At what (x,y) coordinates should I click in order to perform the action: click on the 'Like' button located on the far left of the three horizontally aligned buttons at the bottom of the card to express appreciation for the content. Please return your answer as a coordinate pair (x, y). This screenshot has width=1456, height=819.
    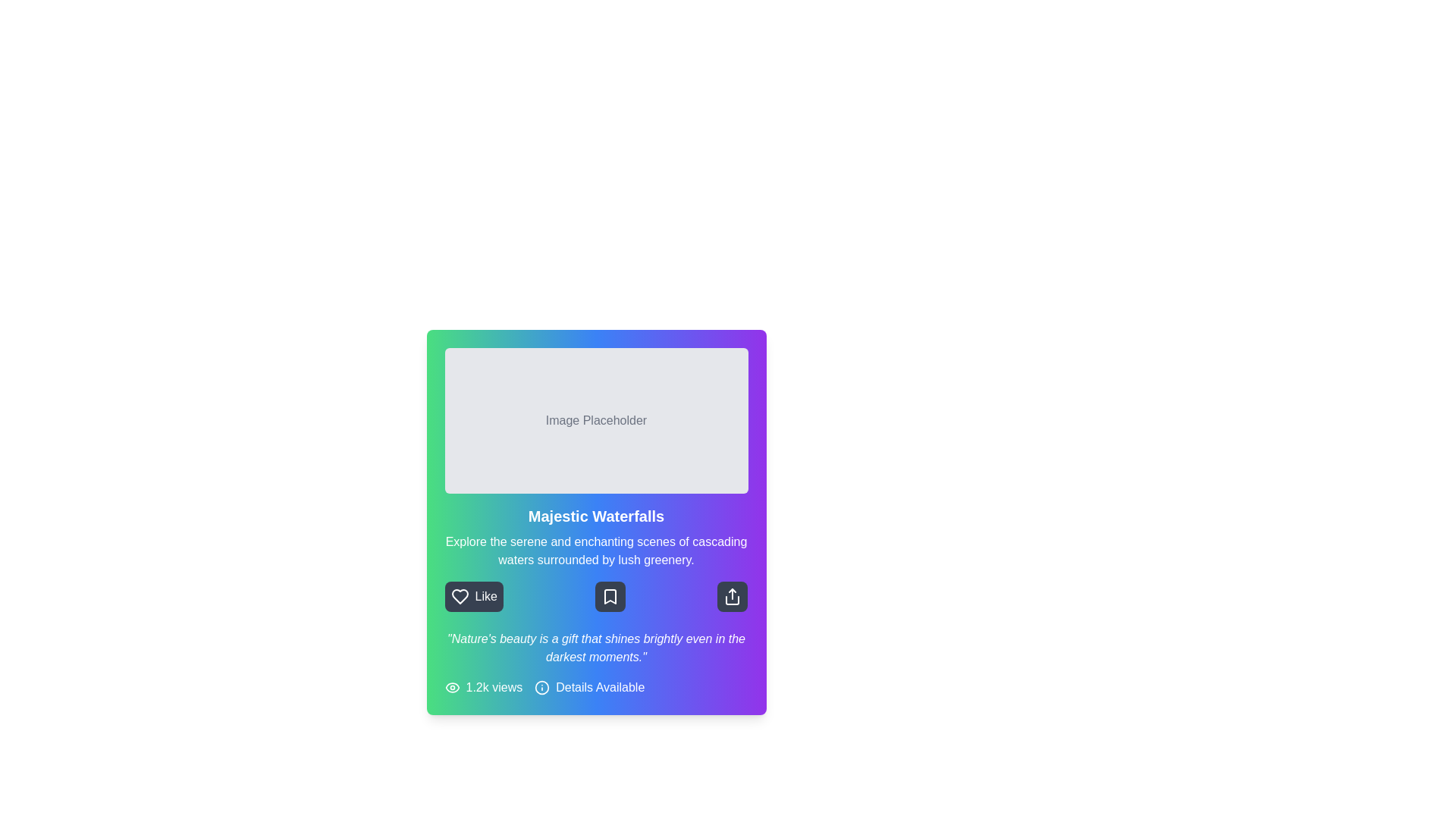
    Looking at the image, I should click on (473, 595).